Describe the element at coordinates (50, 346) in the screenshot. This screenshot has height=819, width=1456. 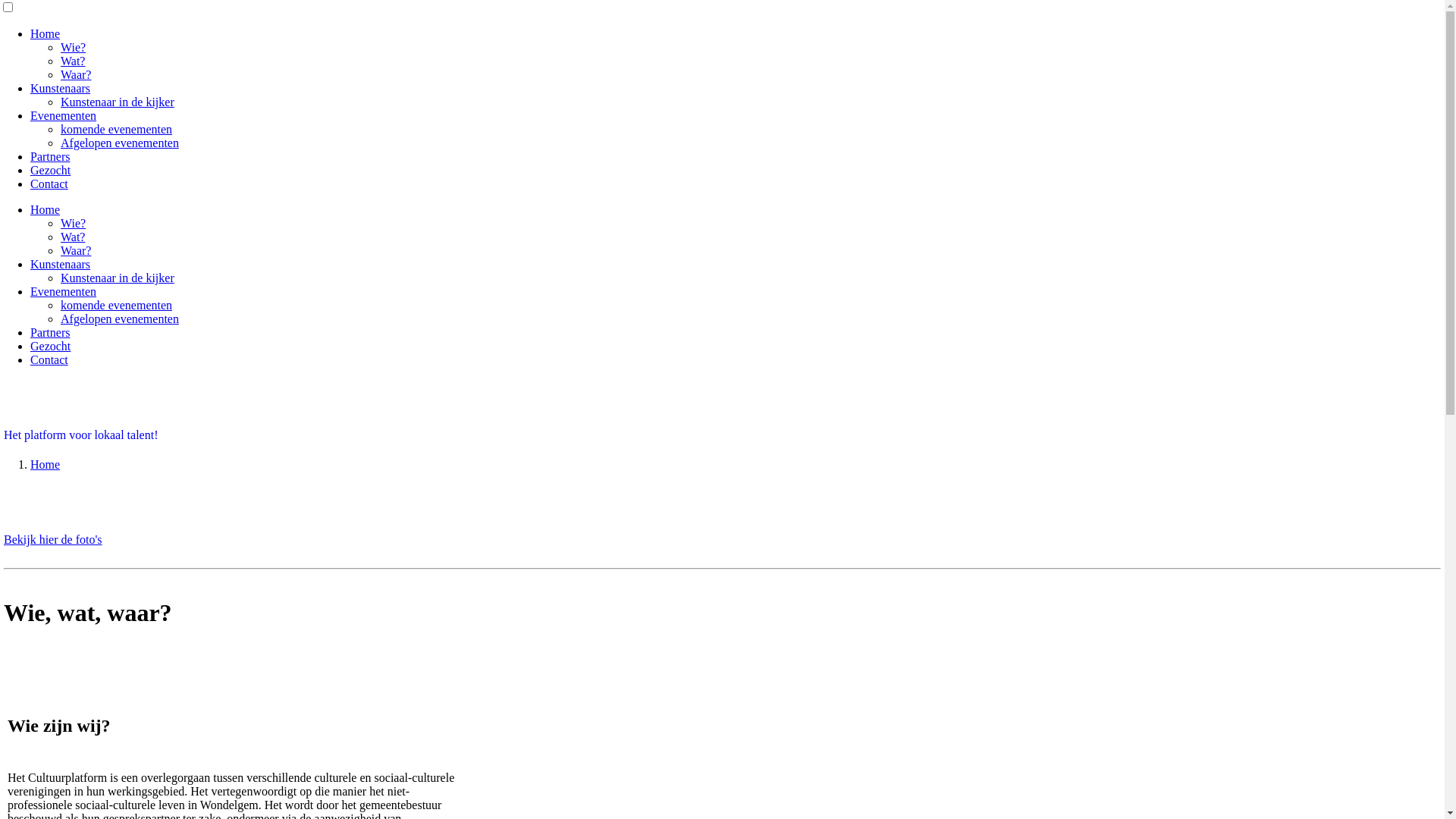
I see `'Gezocht'` at that location.